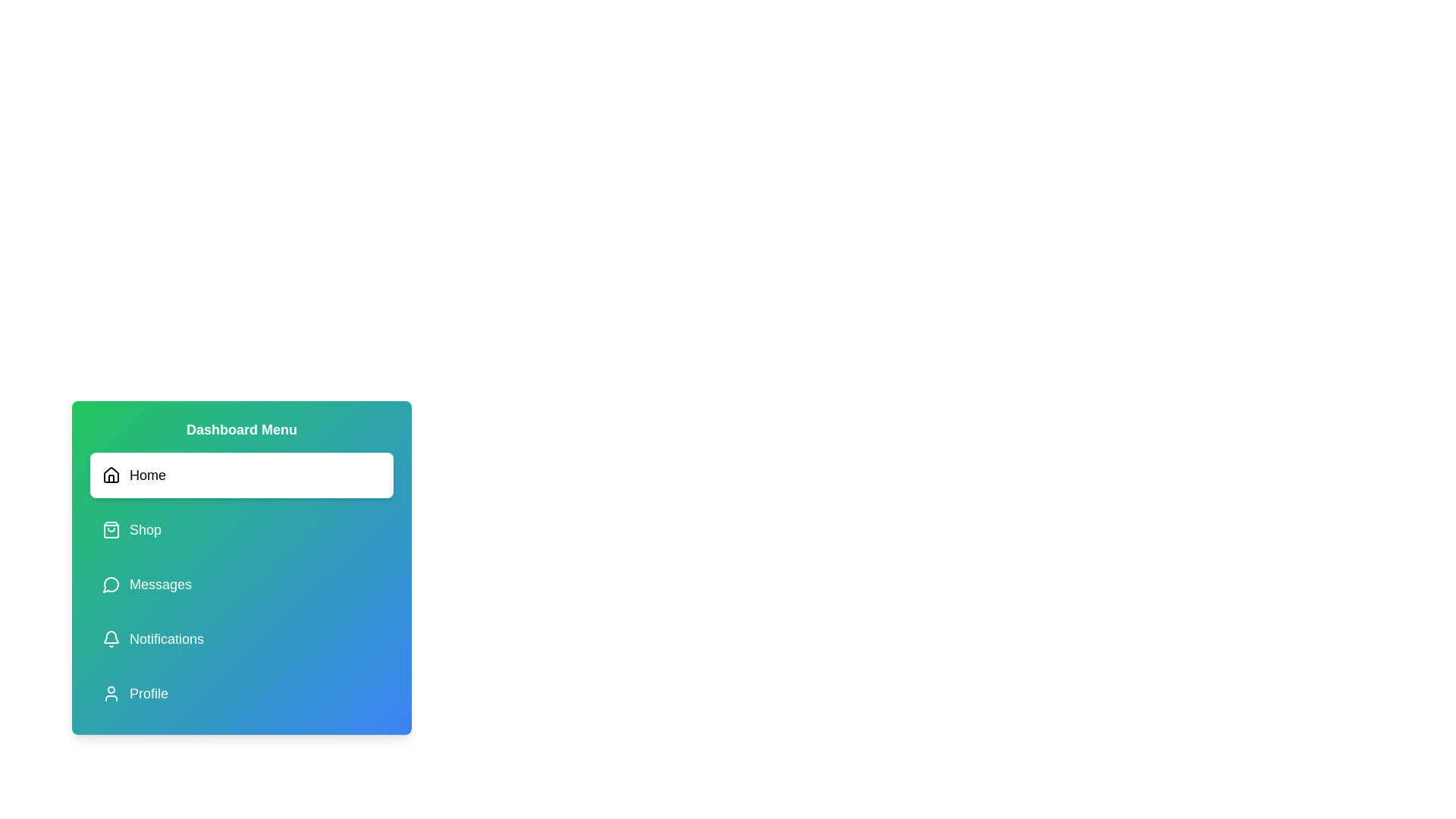 The width and height of the screenshot is (1456, 819). Describe the element at coordinates (240, 639) in the screenshot. I see `the menu item corresponding to Notifications to view its icon` at that location.